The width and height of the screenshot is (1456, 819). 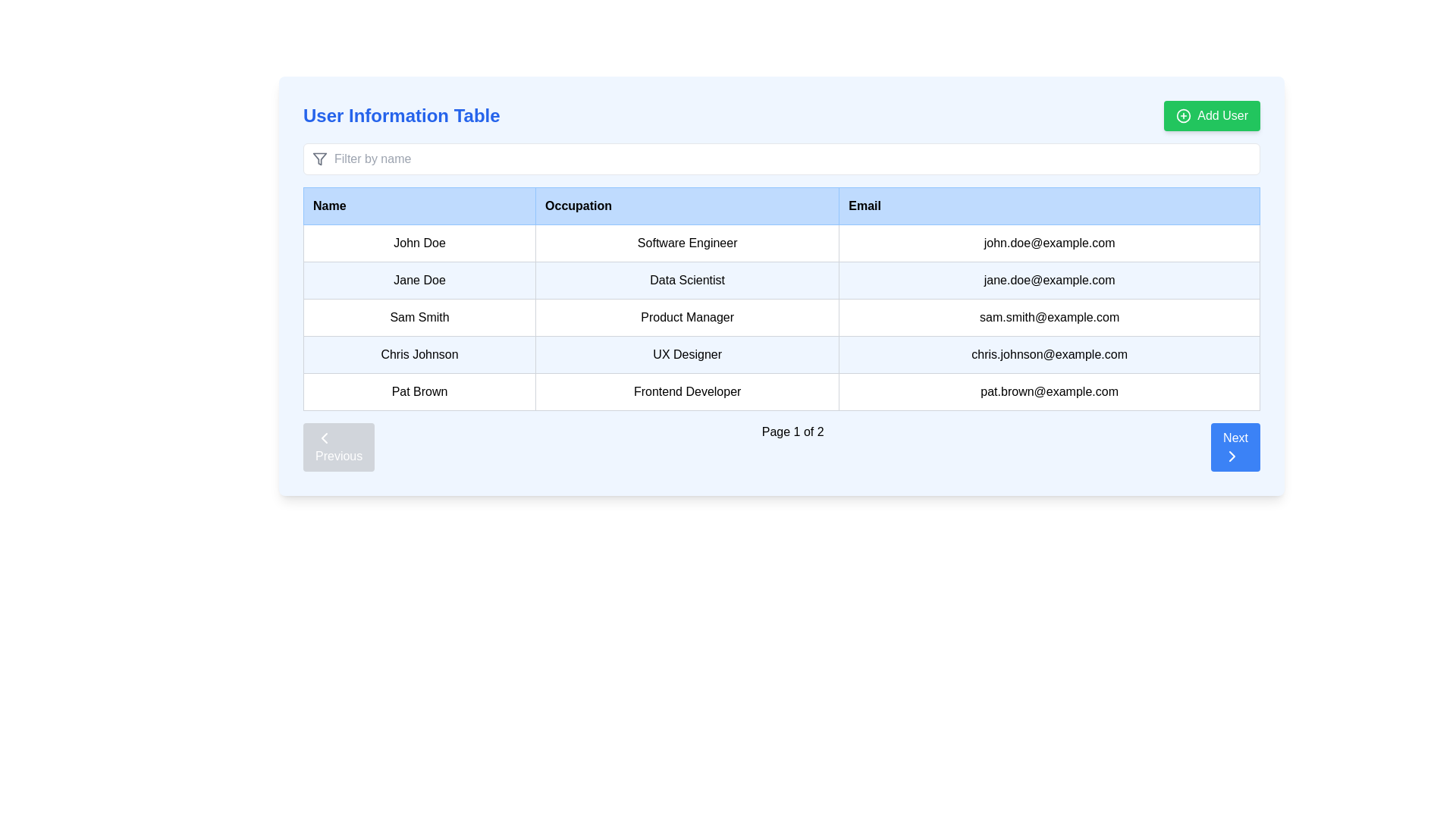 I want to click on displayed text 'Chris Johnson' from the Text label located in the fourth row of the 'Name' column within the table, so click(x=419, y=354).